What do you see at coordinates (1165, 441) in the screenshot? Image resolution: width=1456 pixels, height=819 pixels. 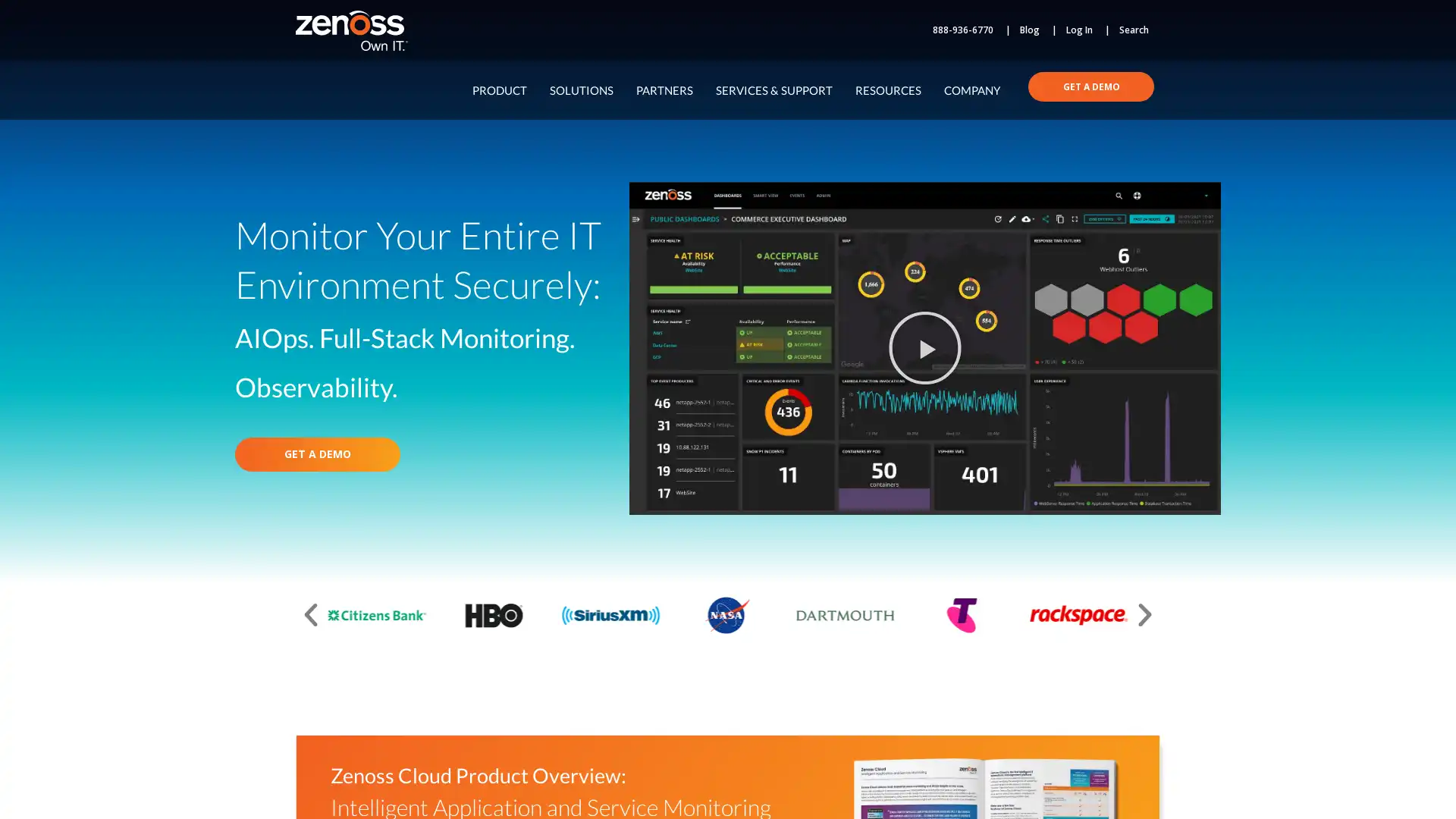 I see `enter full screen` at bounding box center [1165, 441].